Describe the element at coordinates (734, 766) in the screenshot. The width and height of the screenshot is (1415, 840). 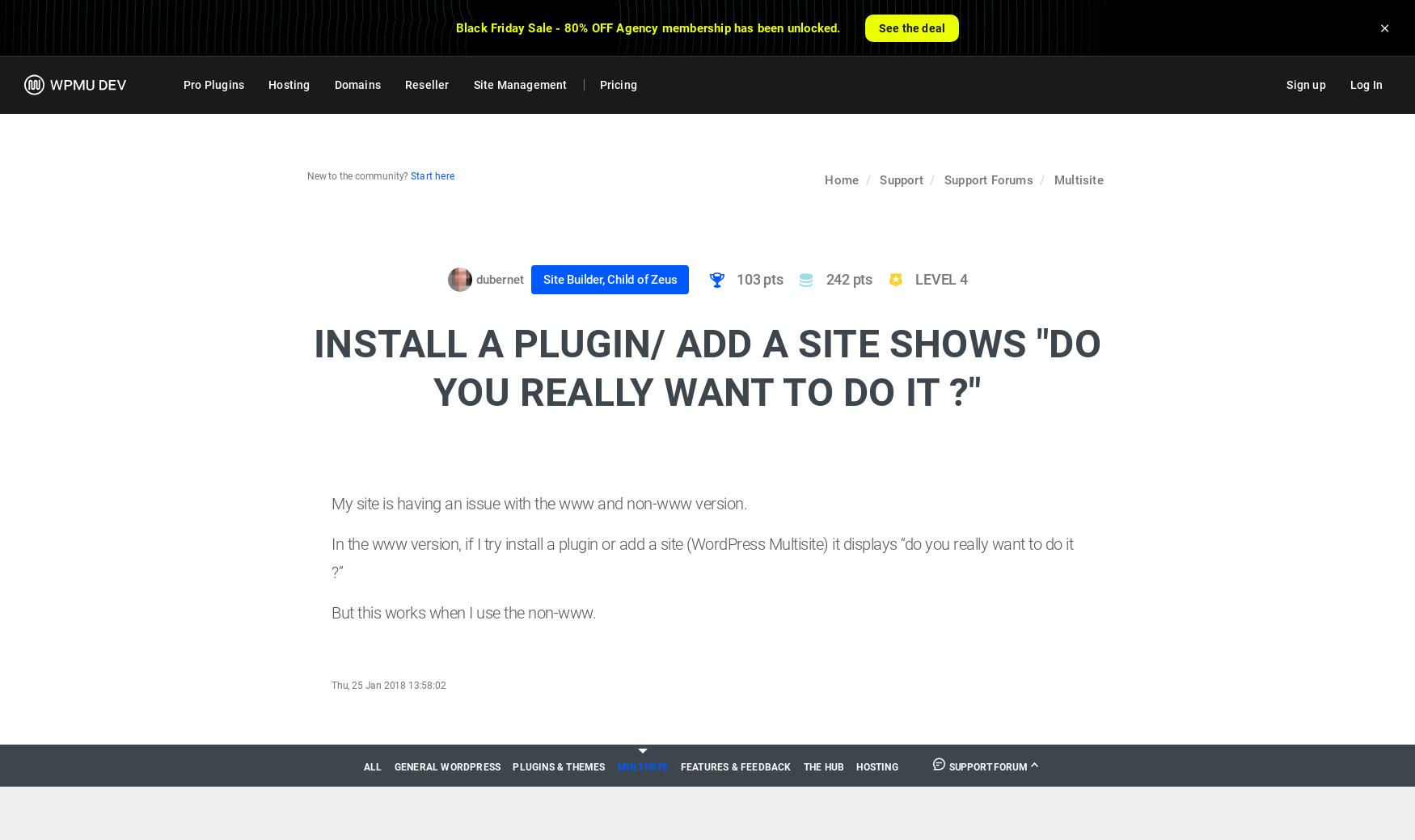
I see `'Features & Feedback'` at that location.